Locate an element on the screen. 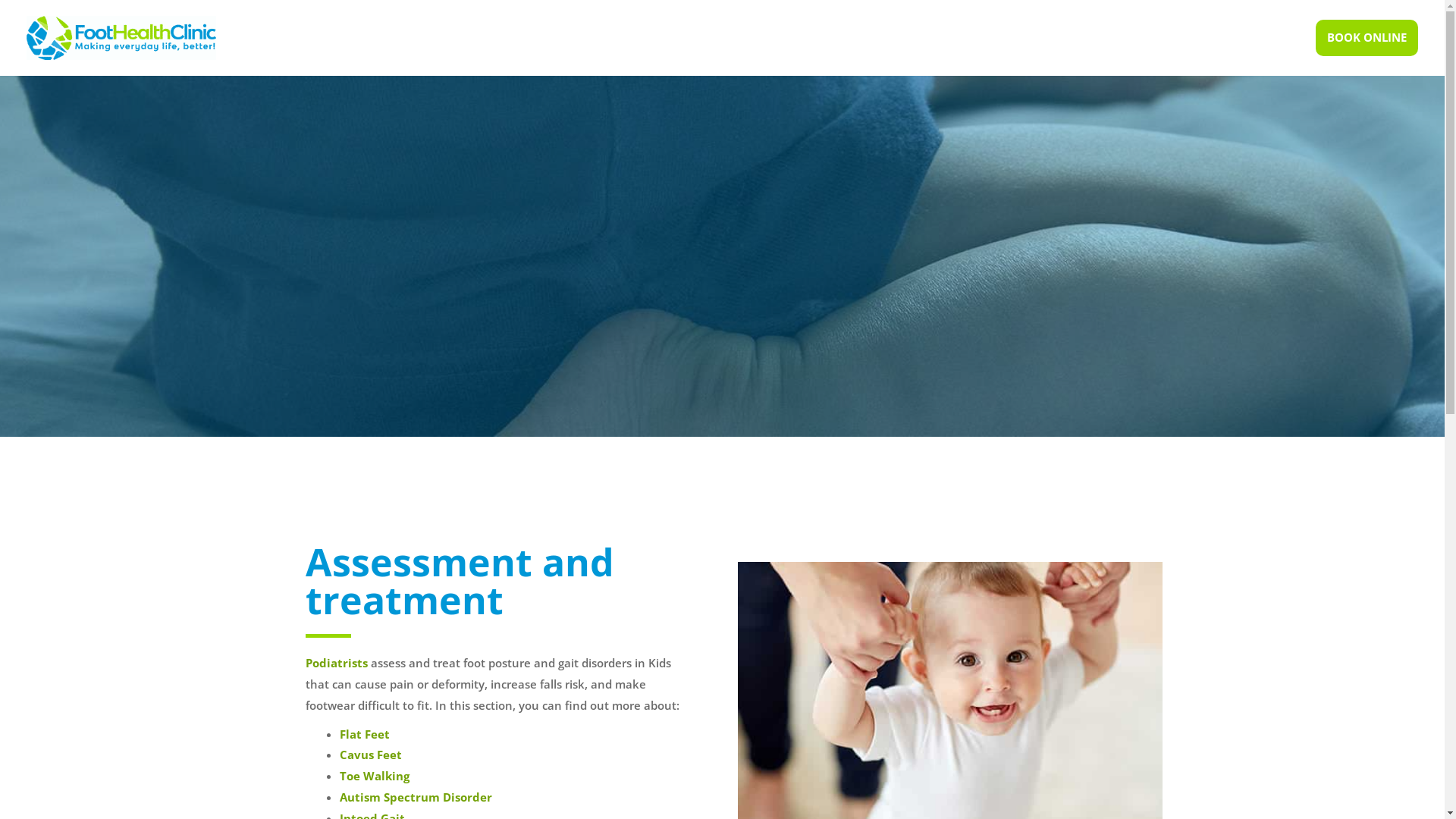  'Toe Walking' is located at coordinates (338, 775).